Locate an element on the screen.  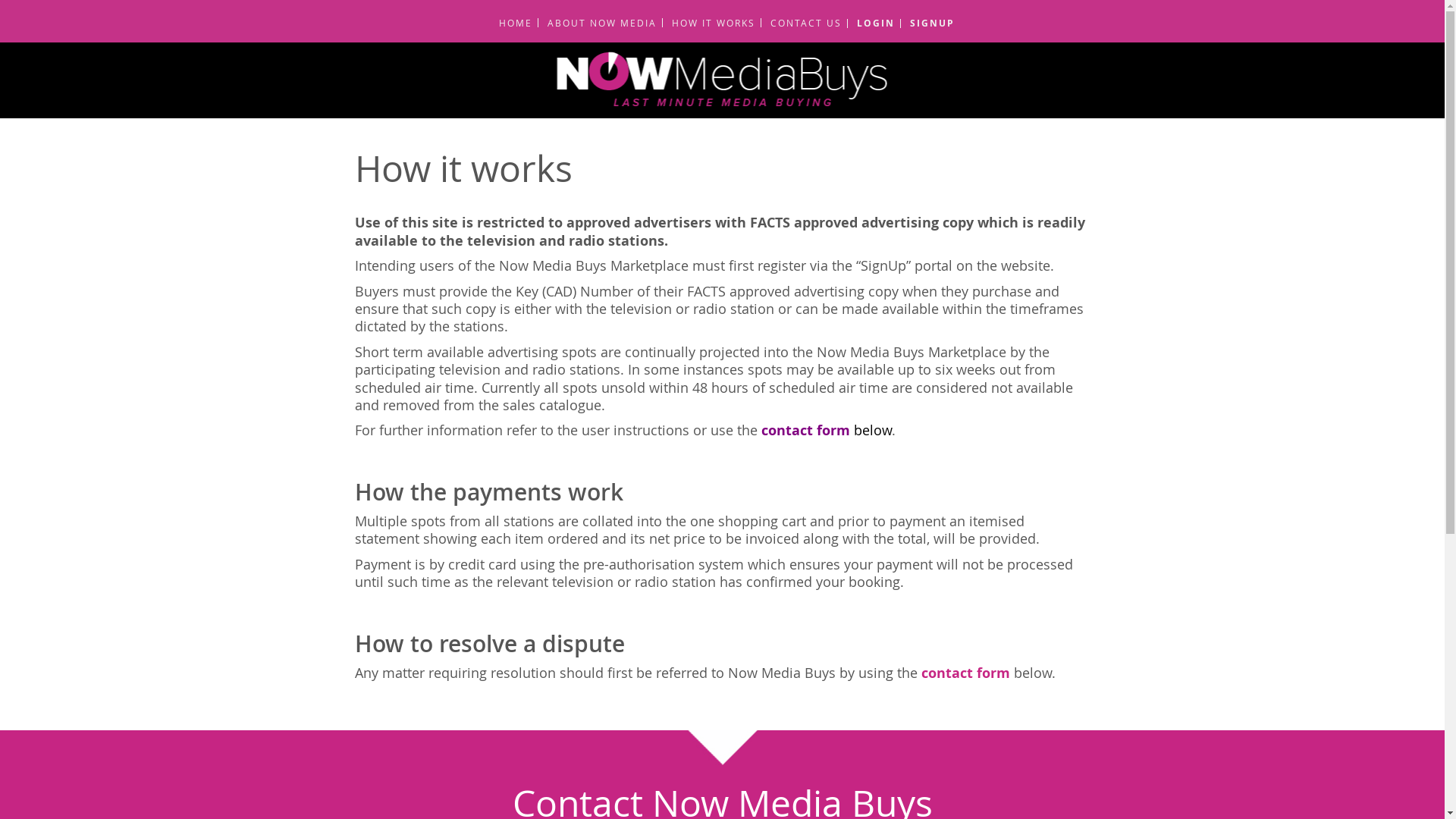
'SIGNUP' is located at coordinates (927, 23).